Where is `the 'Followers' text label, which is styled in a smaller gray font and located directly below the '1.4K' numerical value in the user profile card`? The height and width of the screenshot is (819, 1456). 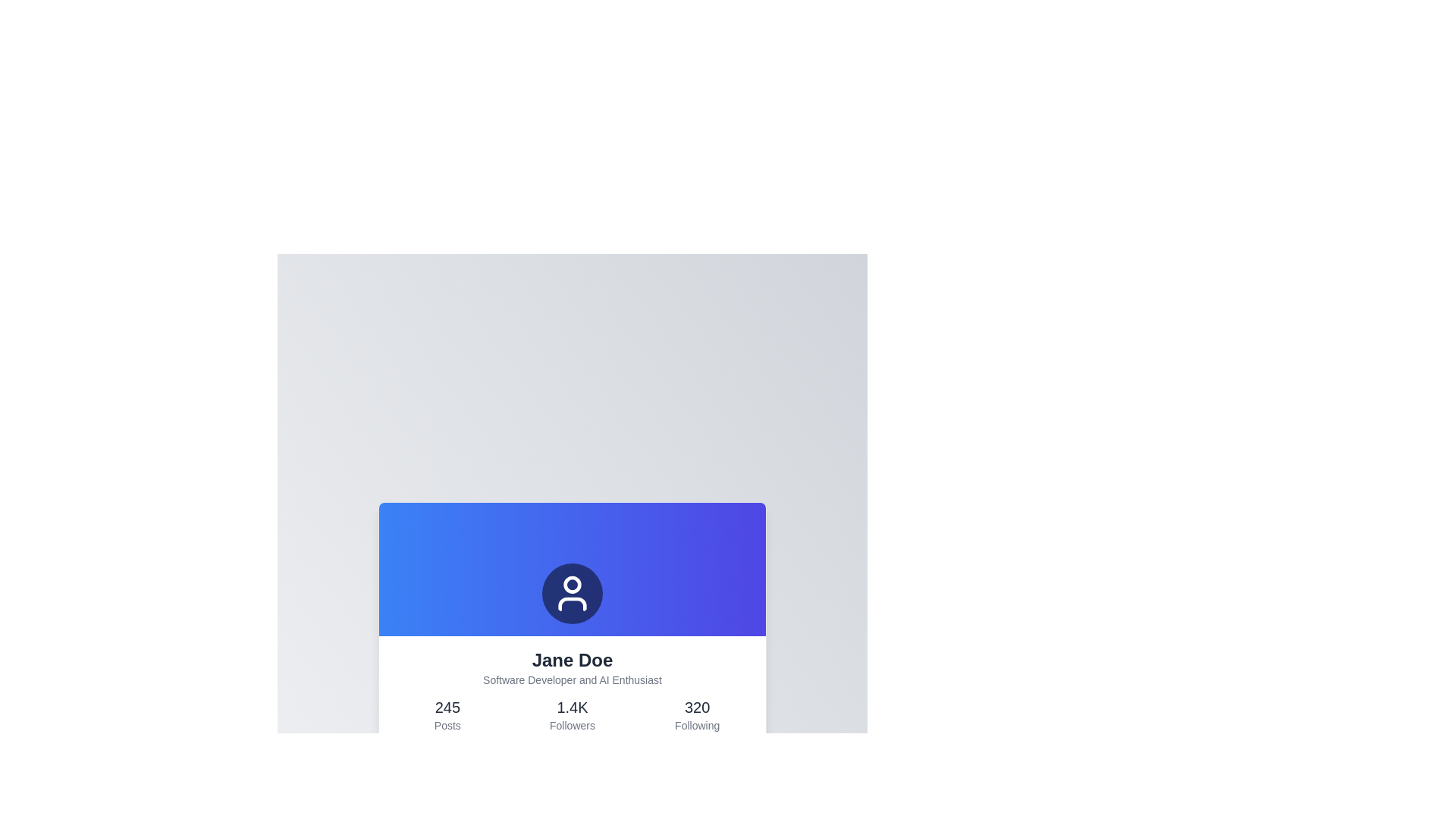
the 'Followers' text label, which is styled in a smaller gray font and located directly below the '1.4K' numerical value in the user profile card is located at coordinates (571, 724).